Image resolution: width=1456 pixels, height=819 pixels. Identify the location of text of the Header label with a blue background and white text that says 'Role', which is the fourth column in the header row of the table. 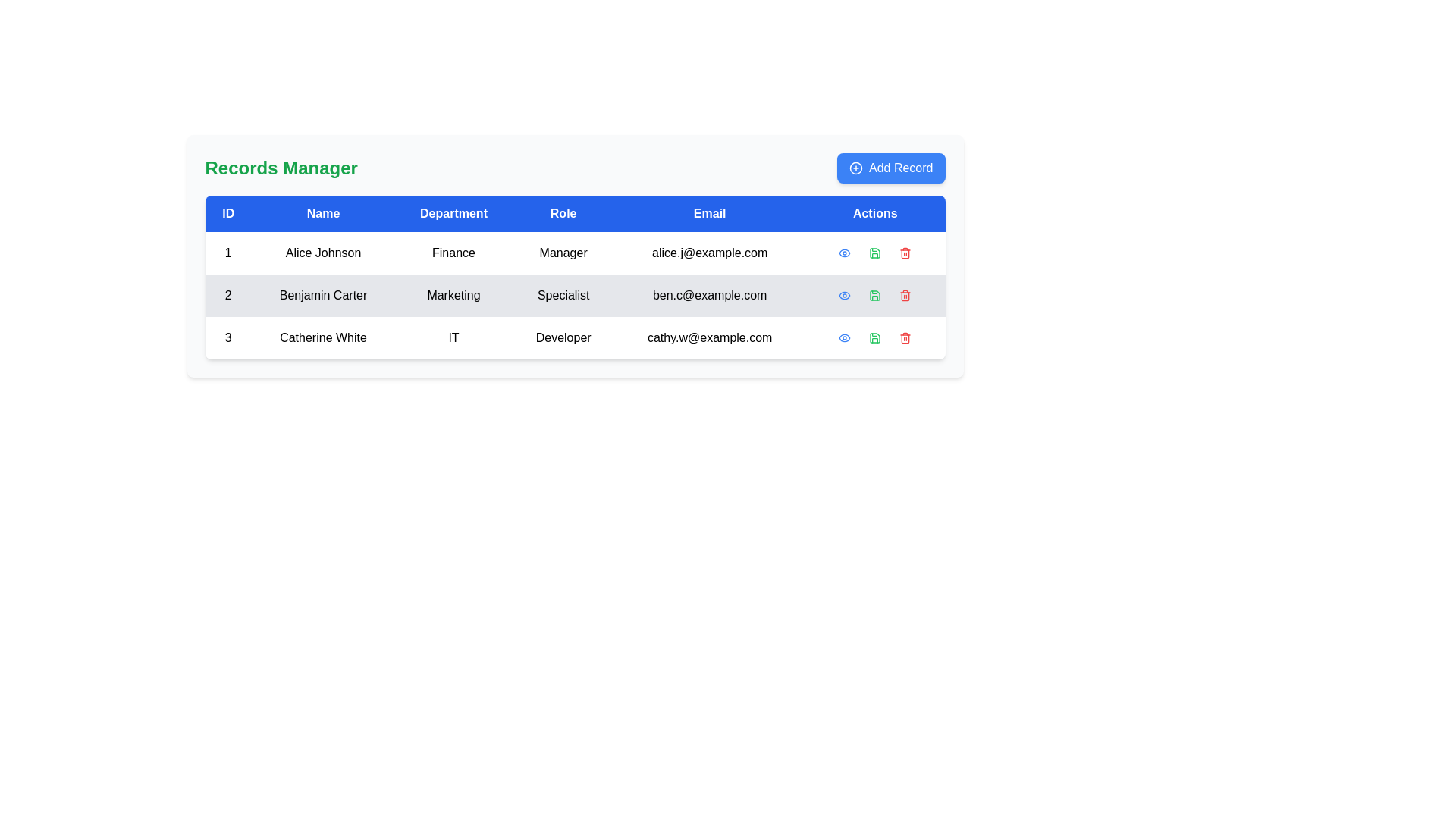
(563, 213).